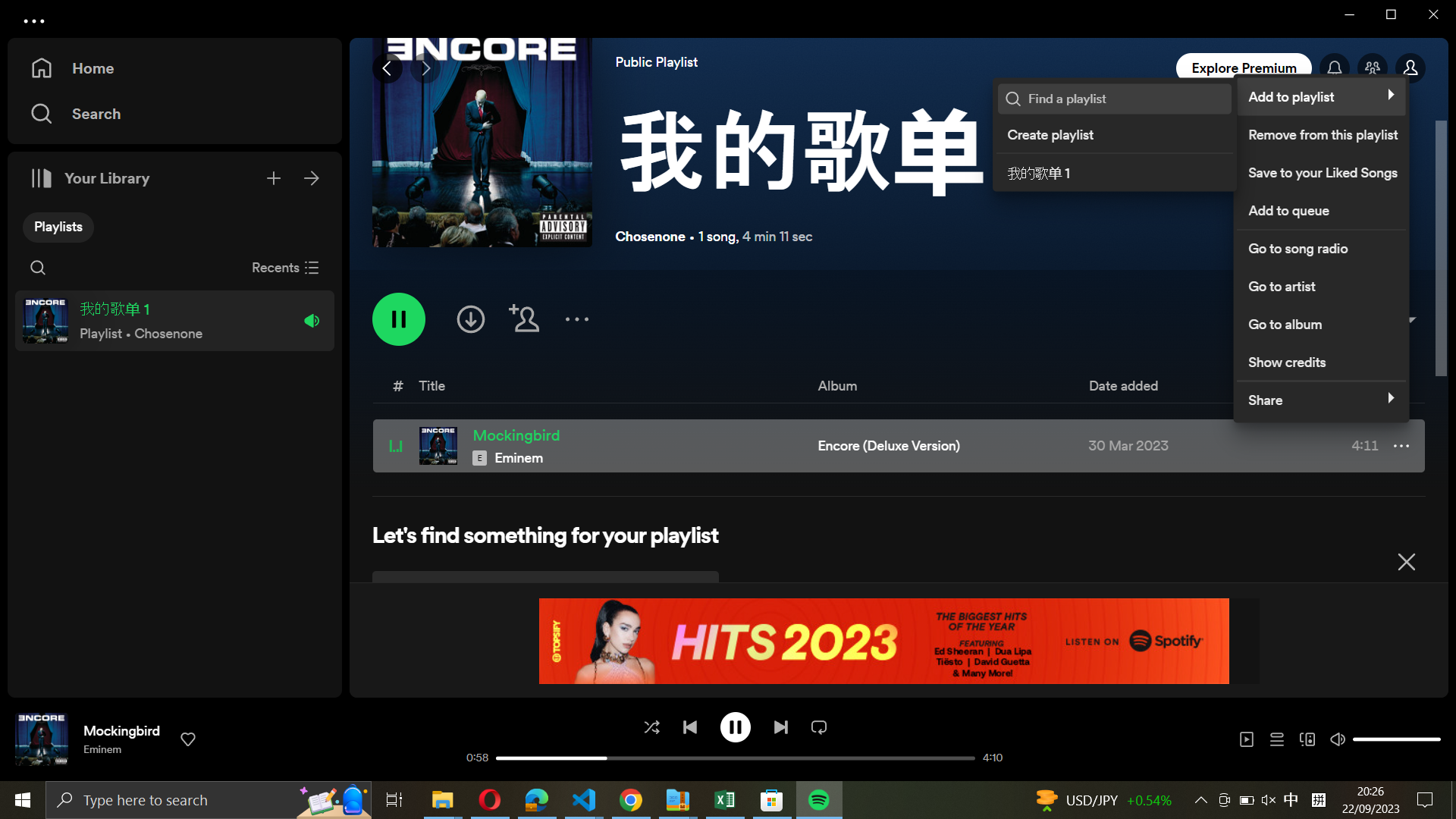  What do you see at coordinates (818, 725) in the screenshot?
I see `Activate the song looping feature` at bounding box center [818, 725].